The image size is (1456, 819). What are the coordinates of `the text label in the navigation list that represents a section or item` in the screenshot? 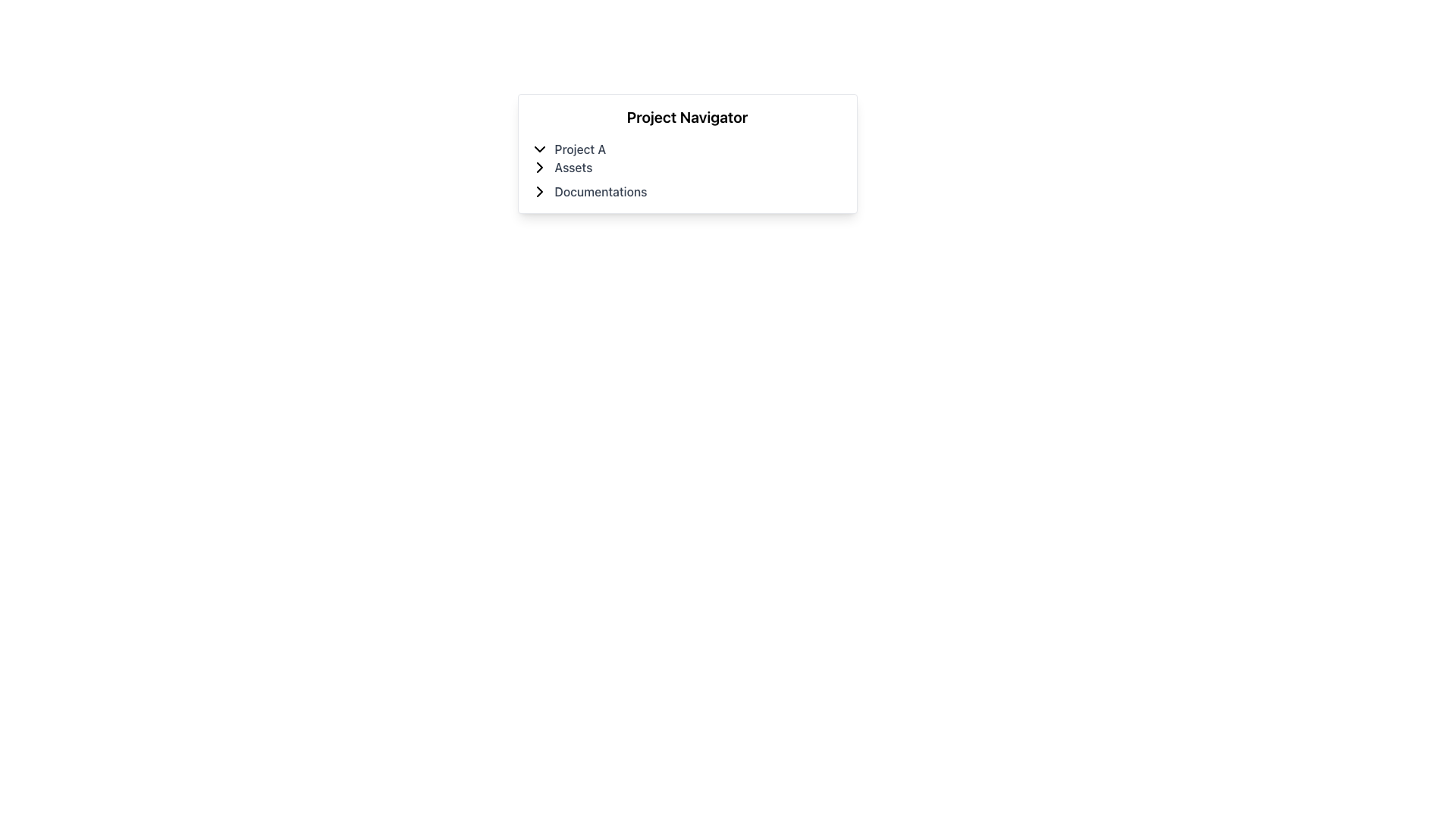 It's located at (600, 191).